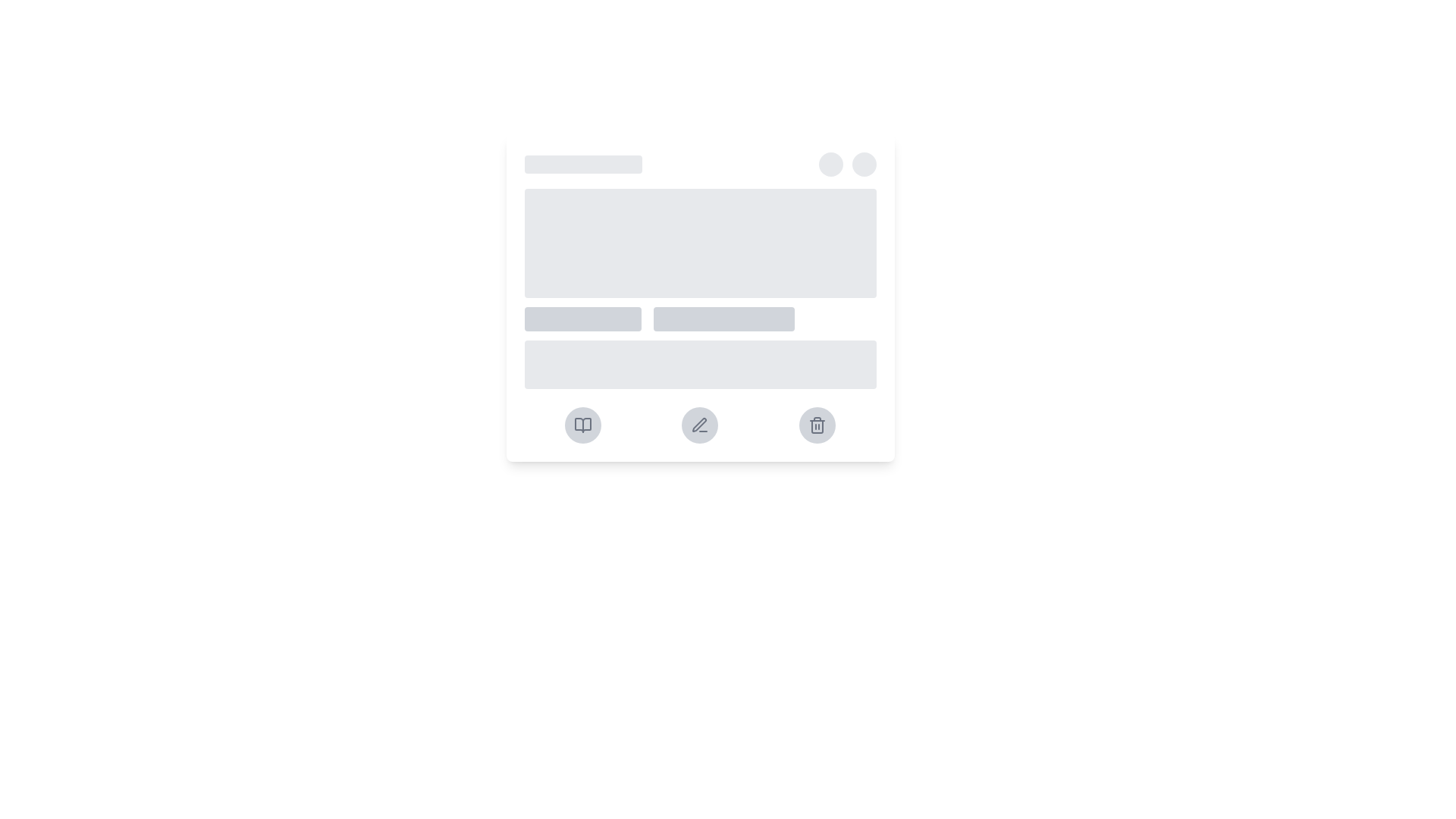 This screenshot has width=1456, height=819. What do you see at coordinates (699, 425) in the screenshot?
I see `the circular button with a light gray background containing a pen icon` at bounding box center [699, 425].